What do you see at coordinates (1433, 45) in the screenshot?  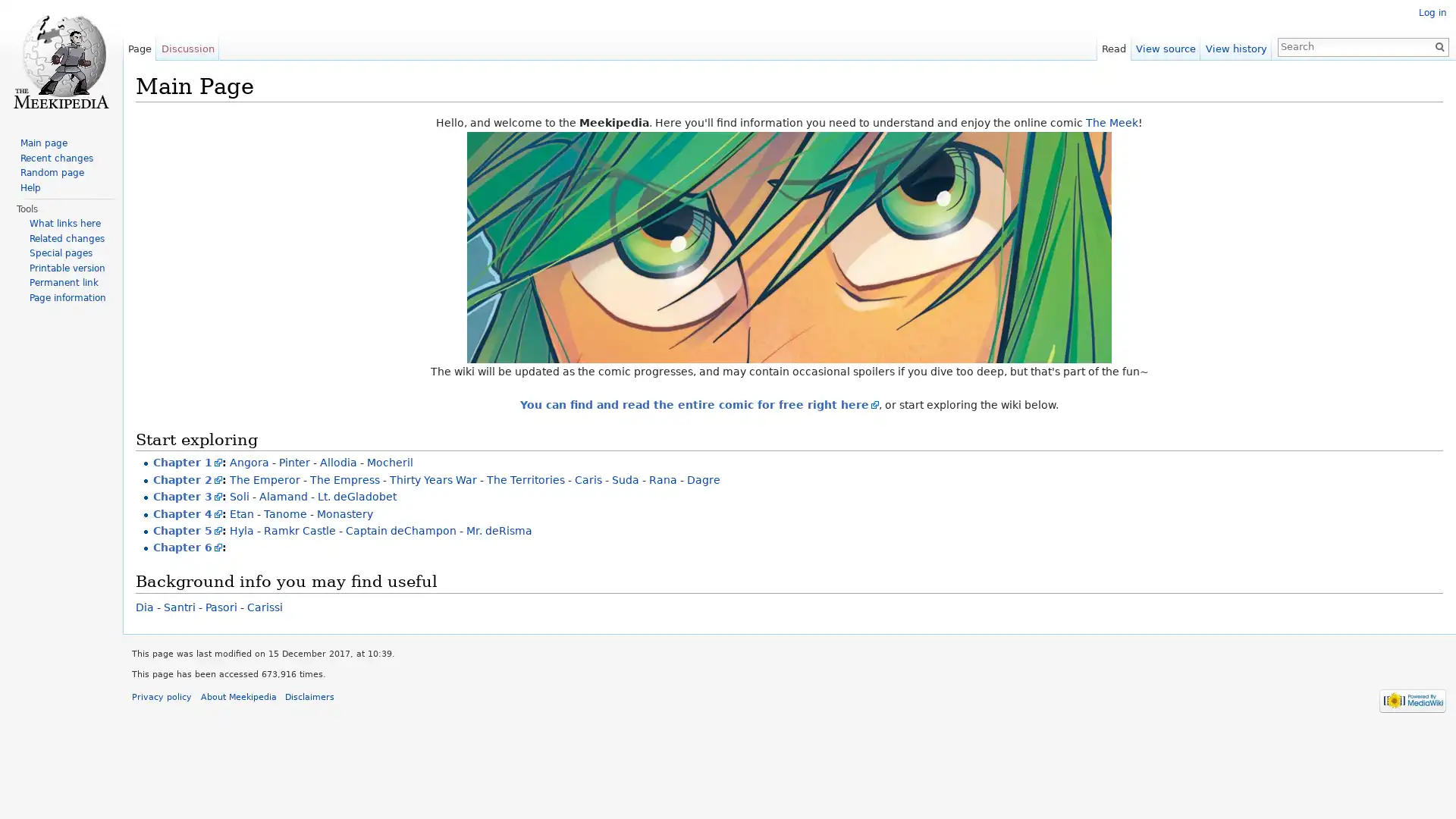 I see `Go` at bounding box center [1433, 45].